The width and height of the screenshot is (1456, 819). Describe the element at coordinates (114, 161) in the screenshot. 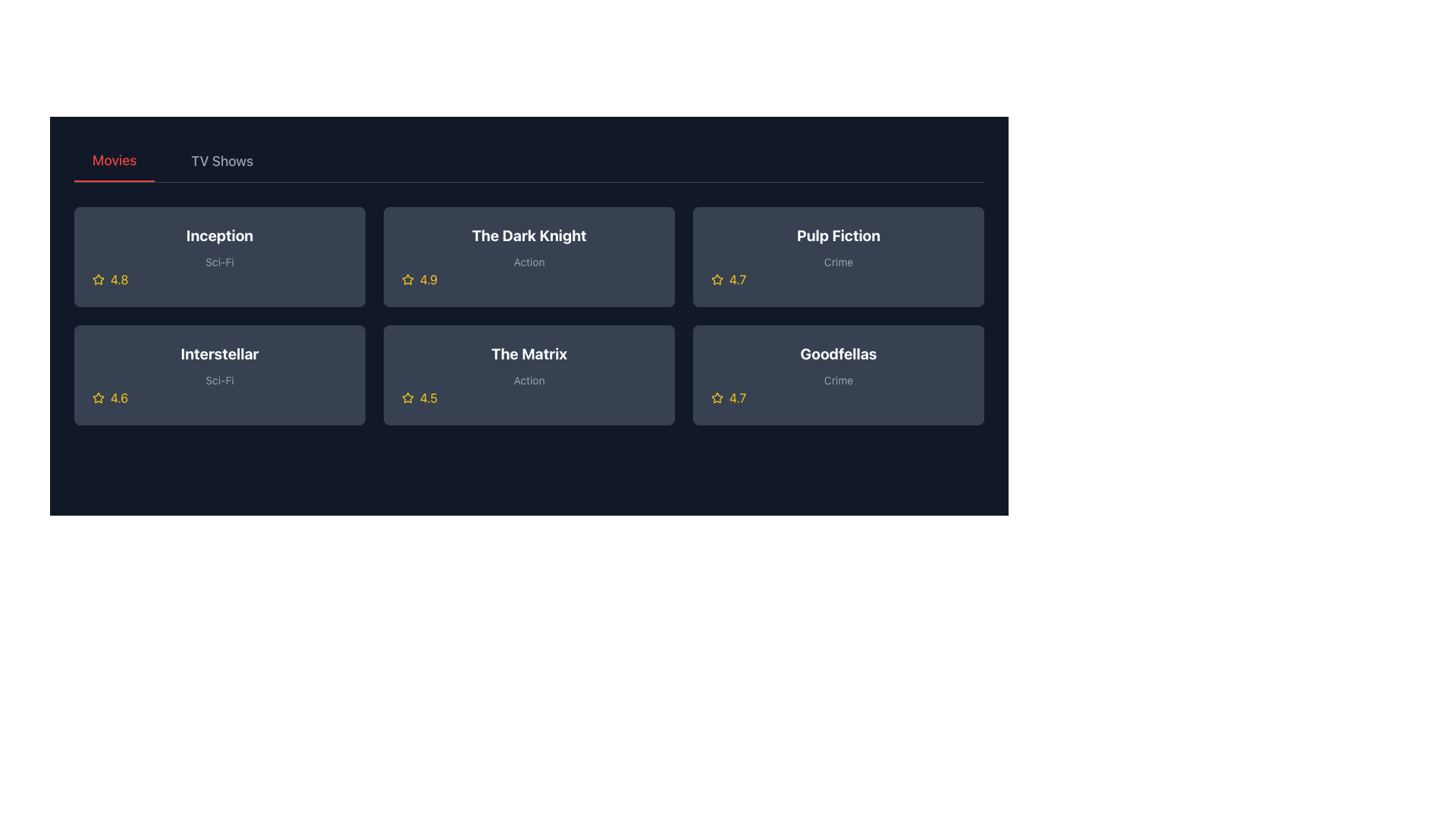

I see `the 'Movies' tab to switch the displayed content for navigation` at that location.